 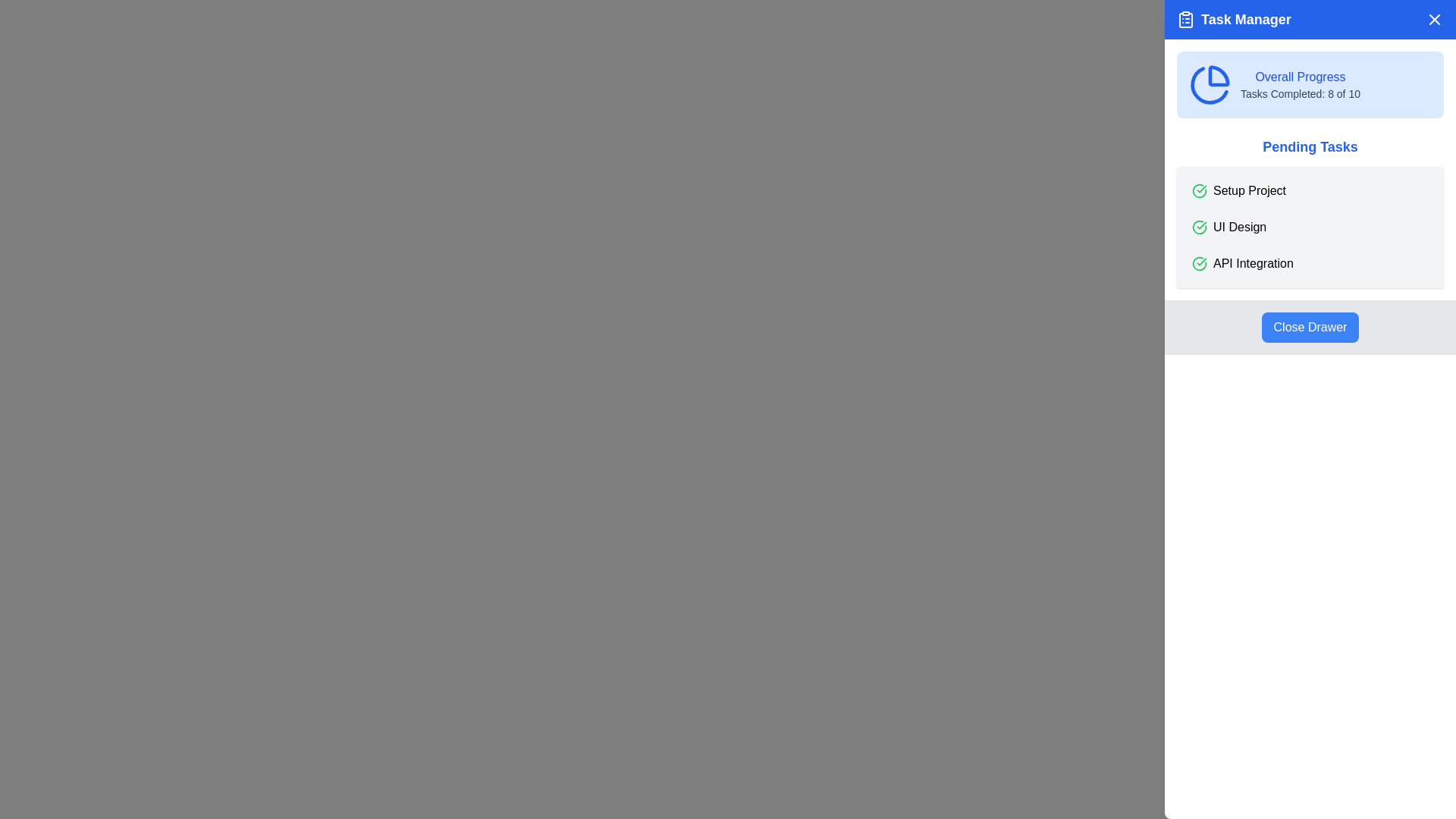 What do you see at coordinates (1240, 227) in the screenshot?
I see `the 'UI Design' text label, which is the second entry in a vertical list of tasks, styled in black text with a green checkmark icon to its left` at bounding box center [1240, 227].